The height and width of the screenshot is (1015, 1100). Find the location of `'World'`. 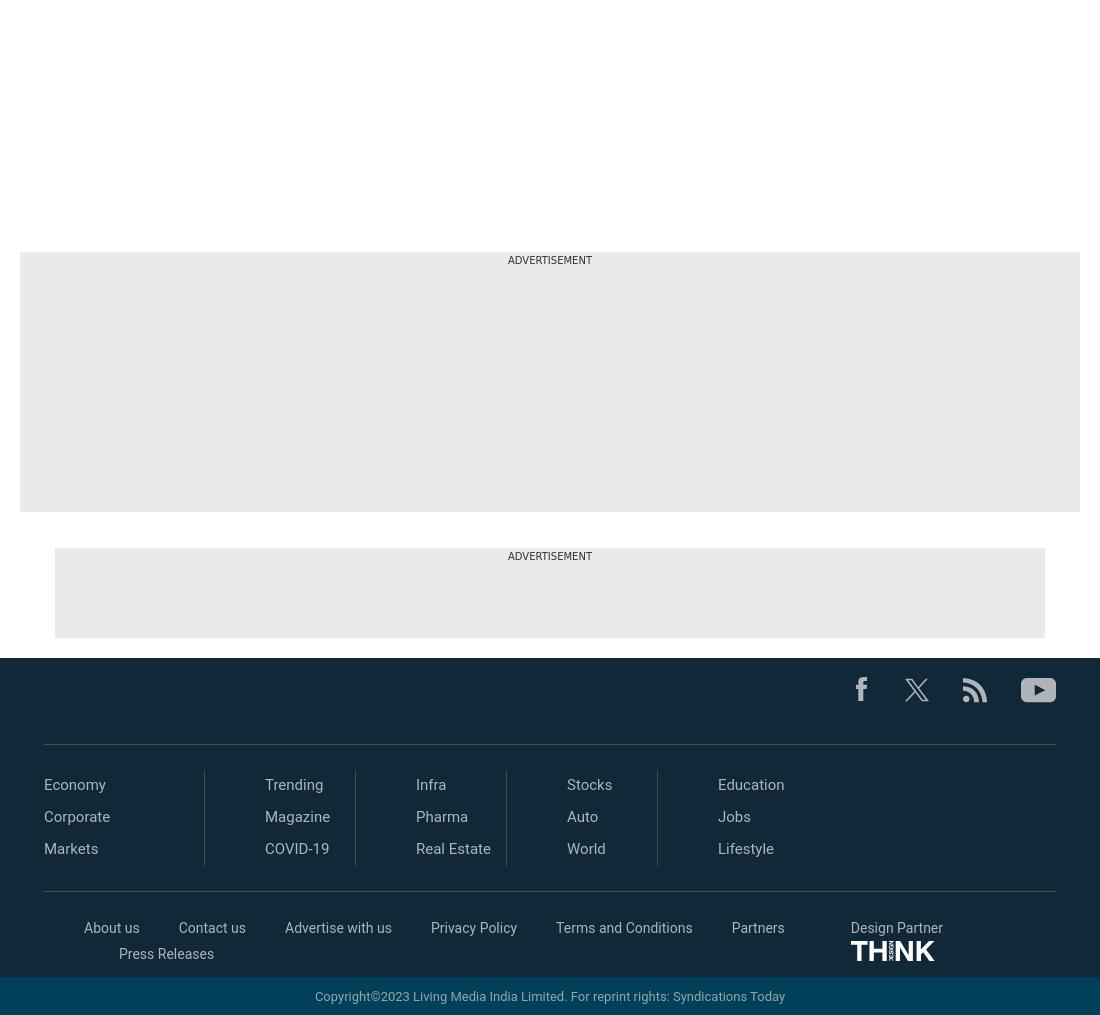

'World' is located at coordinates (584, 848).